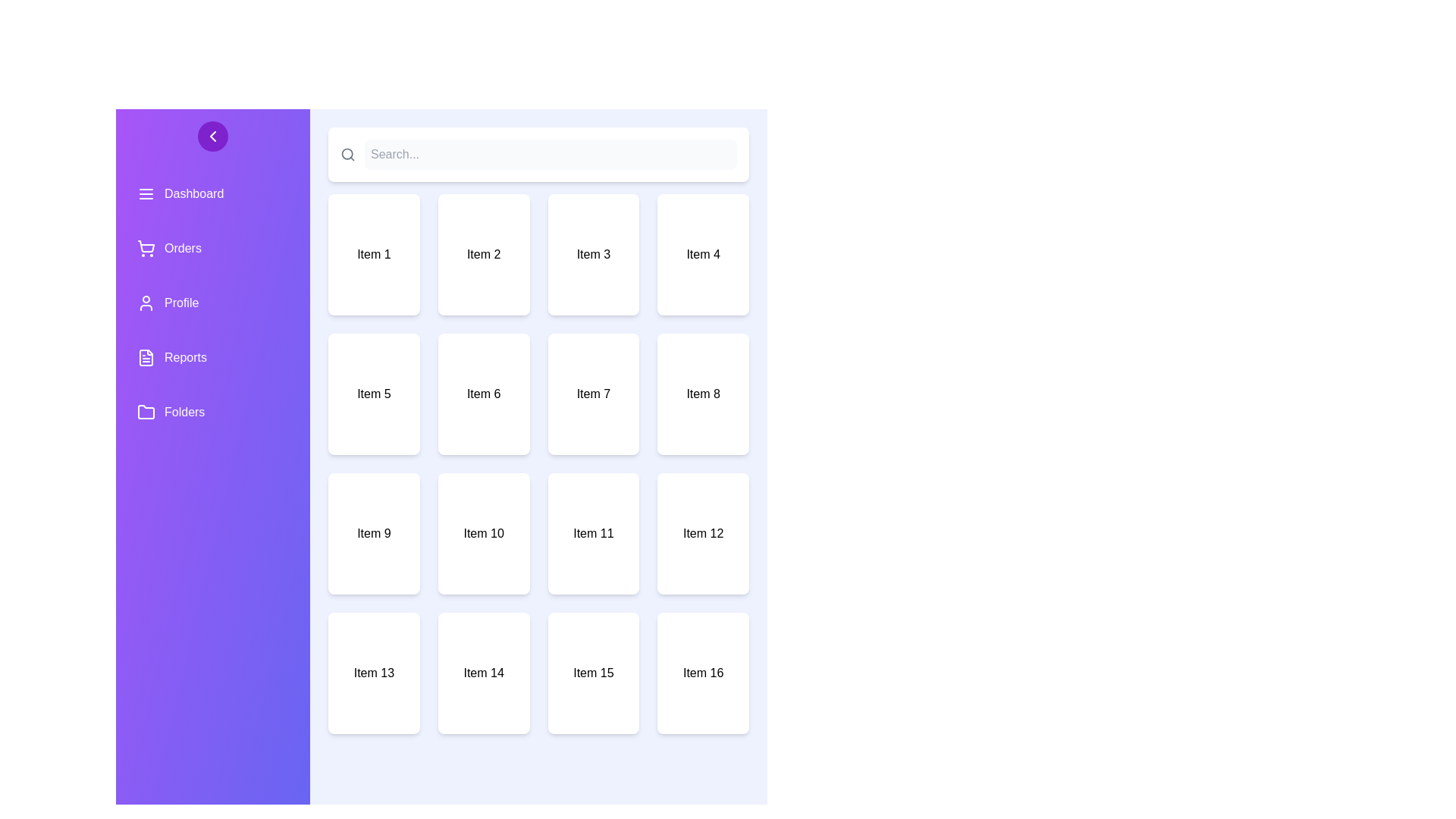  Describe the element at coordinates (212, 357) in the screenshot. I see `the sidebar menu item labeled Reports to navigate to its section` at that location.